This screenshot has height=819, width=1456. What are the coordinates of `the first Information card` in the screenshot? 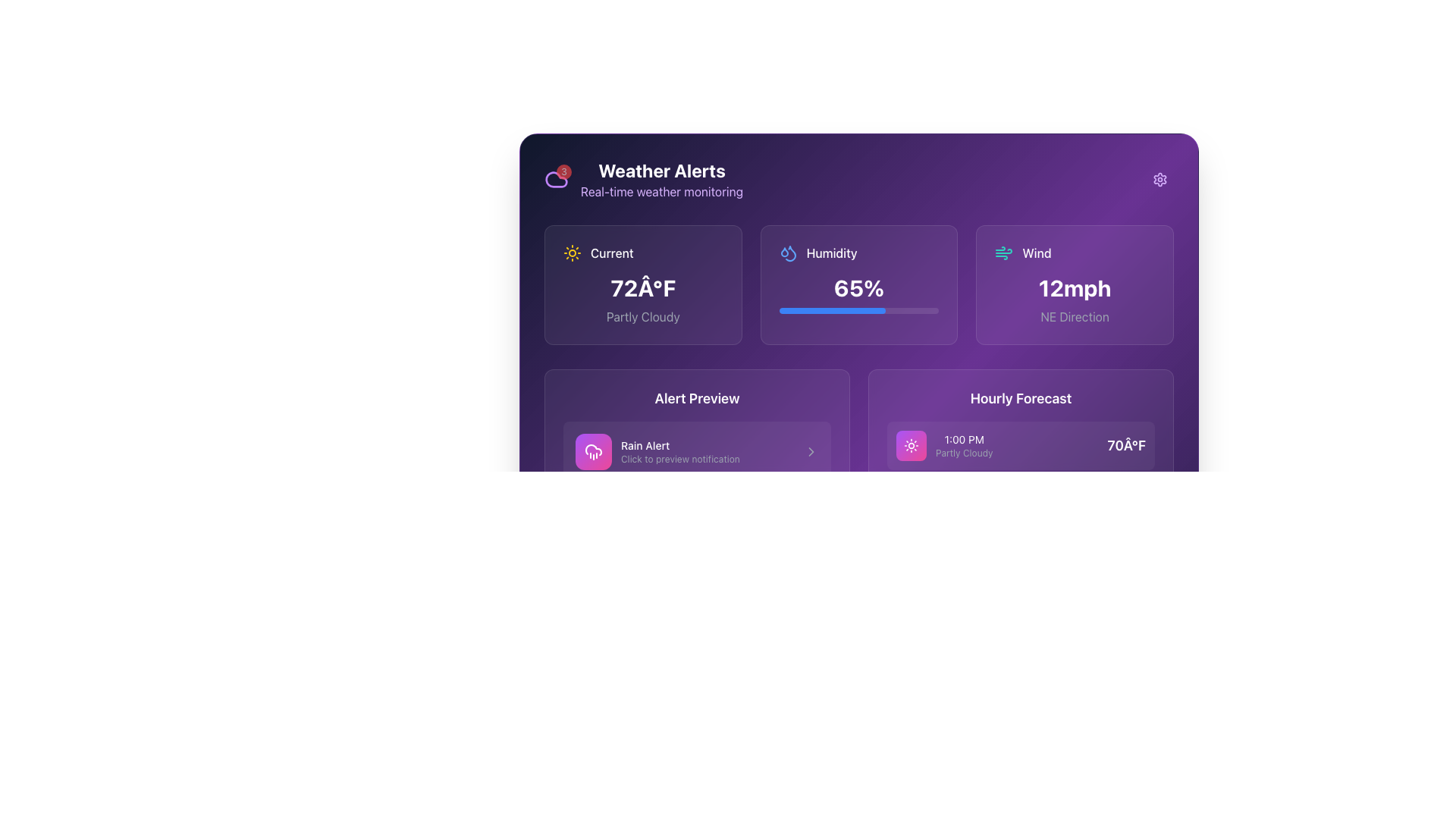 It's located at (1021, 444).